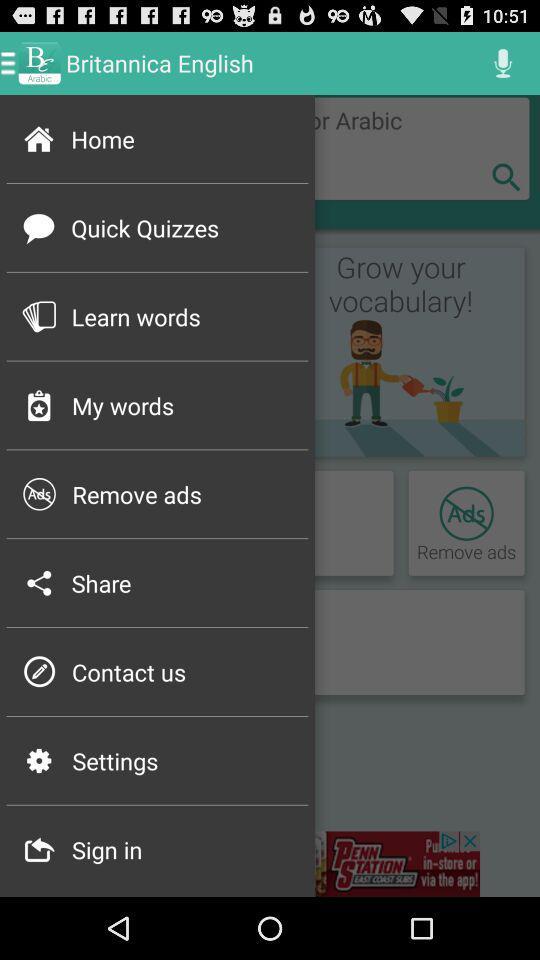  Describe the element at coordinates (39, 493) in the screenshot. I see `app next to the remove ads` at that location.